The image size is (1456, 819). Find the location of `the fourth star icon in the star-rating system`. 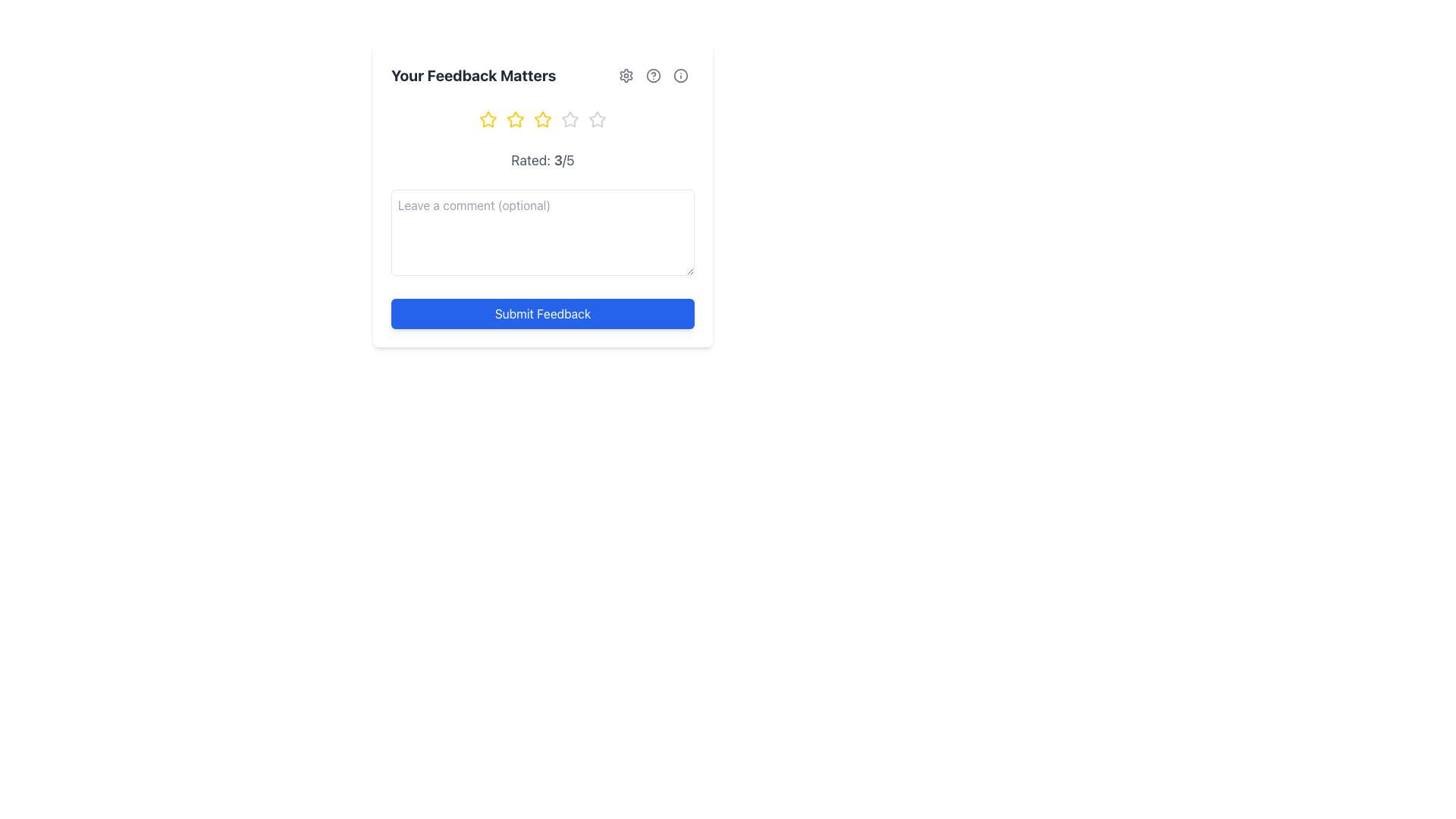

the fourth star icon in the star-rating system is located at coordinates (570, 119).